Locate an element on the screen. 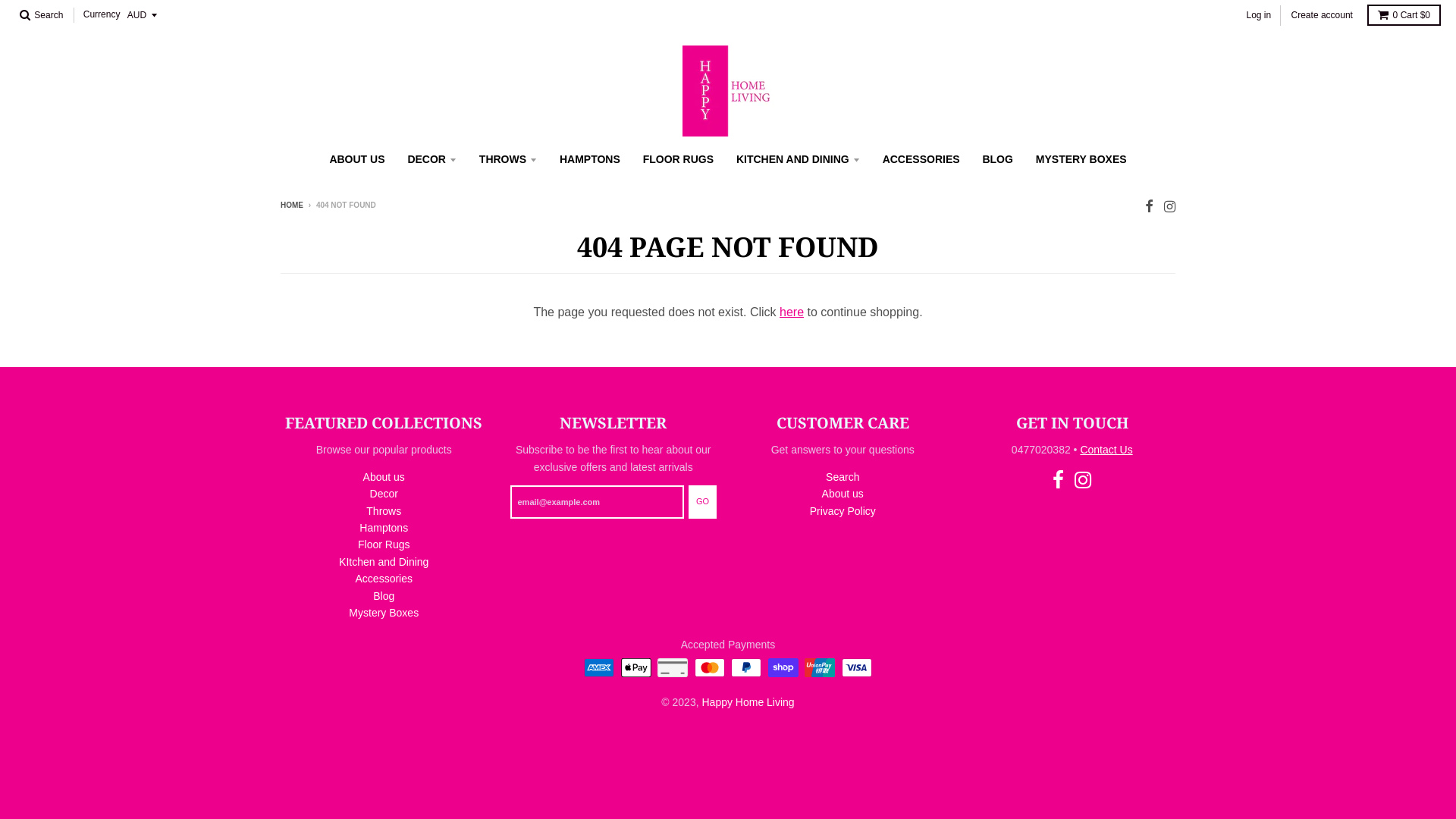  '0 Cart $0' is located at coordinates (1403, 14).